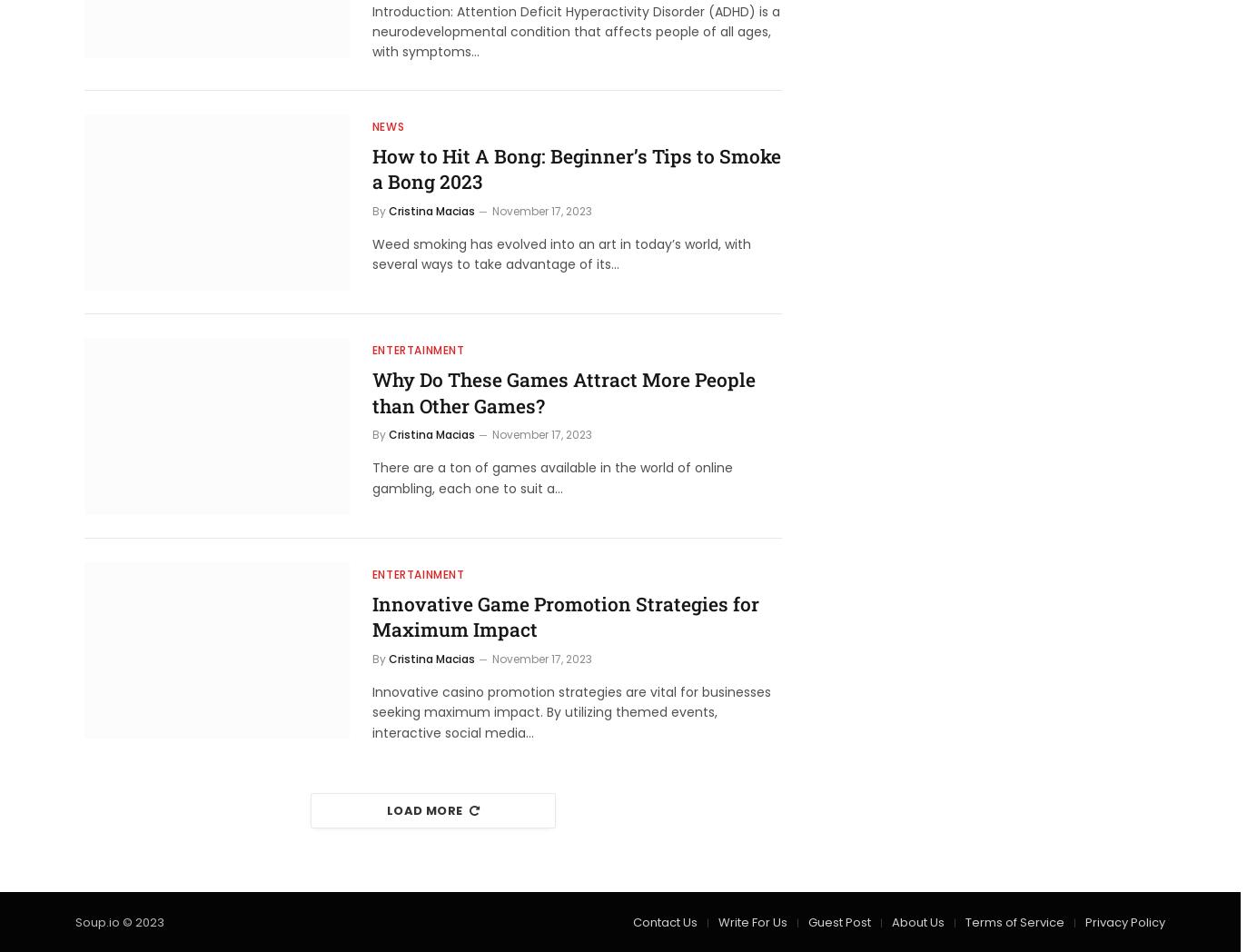 This screenshot has height=952, width=1257. Describe the element at coordinates (808, 922) in the screenshot. I see `'Guest Post'` at that location.